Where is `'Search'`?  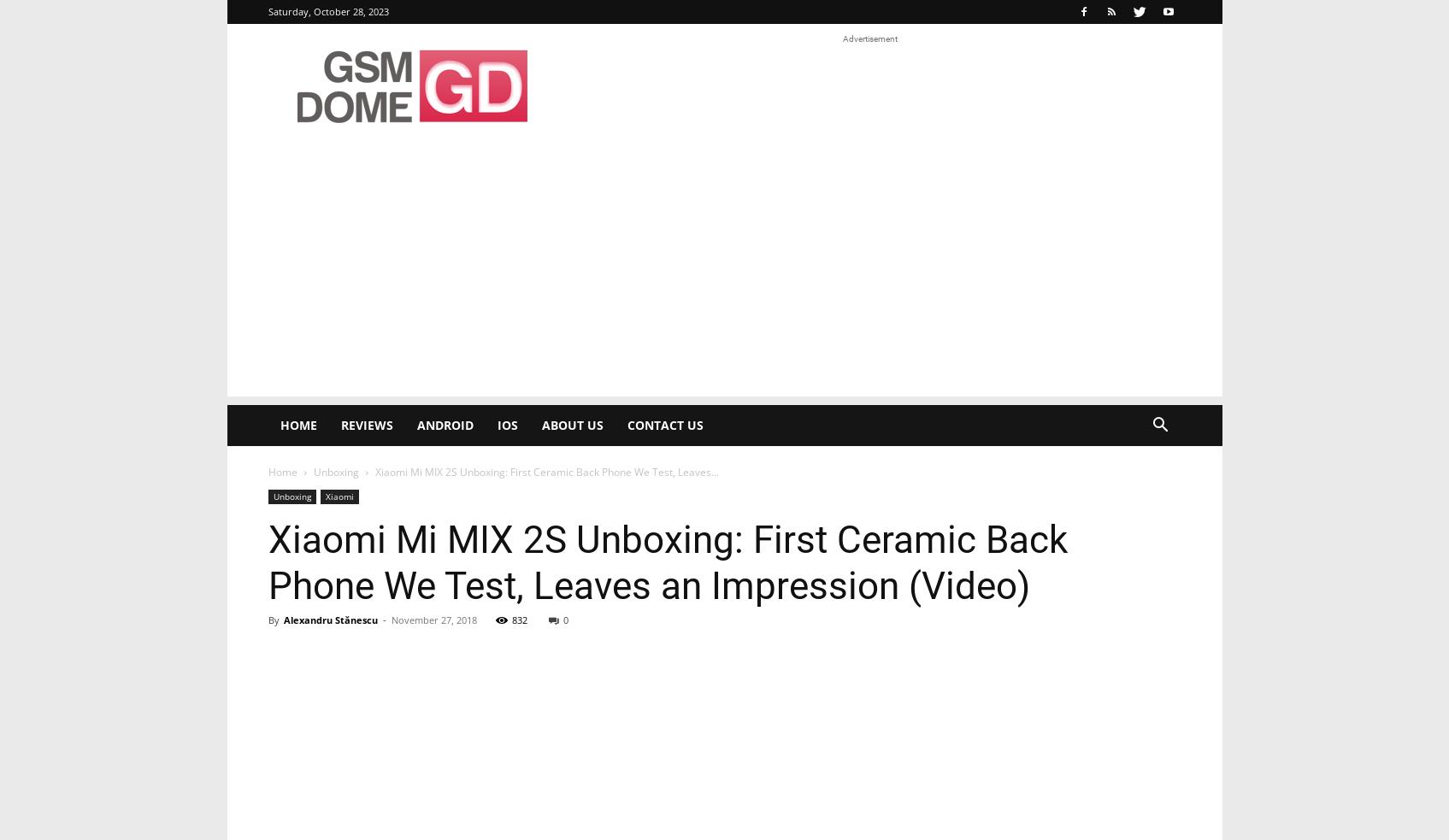 'Search' is located at coordinates (724, 85).